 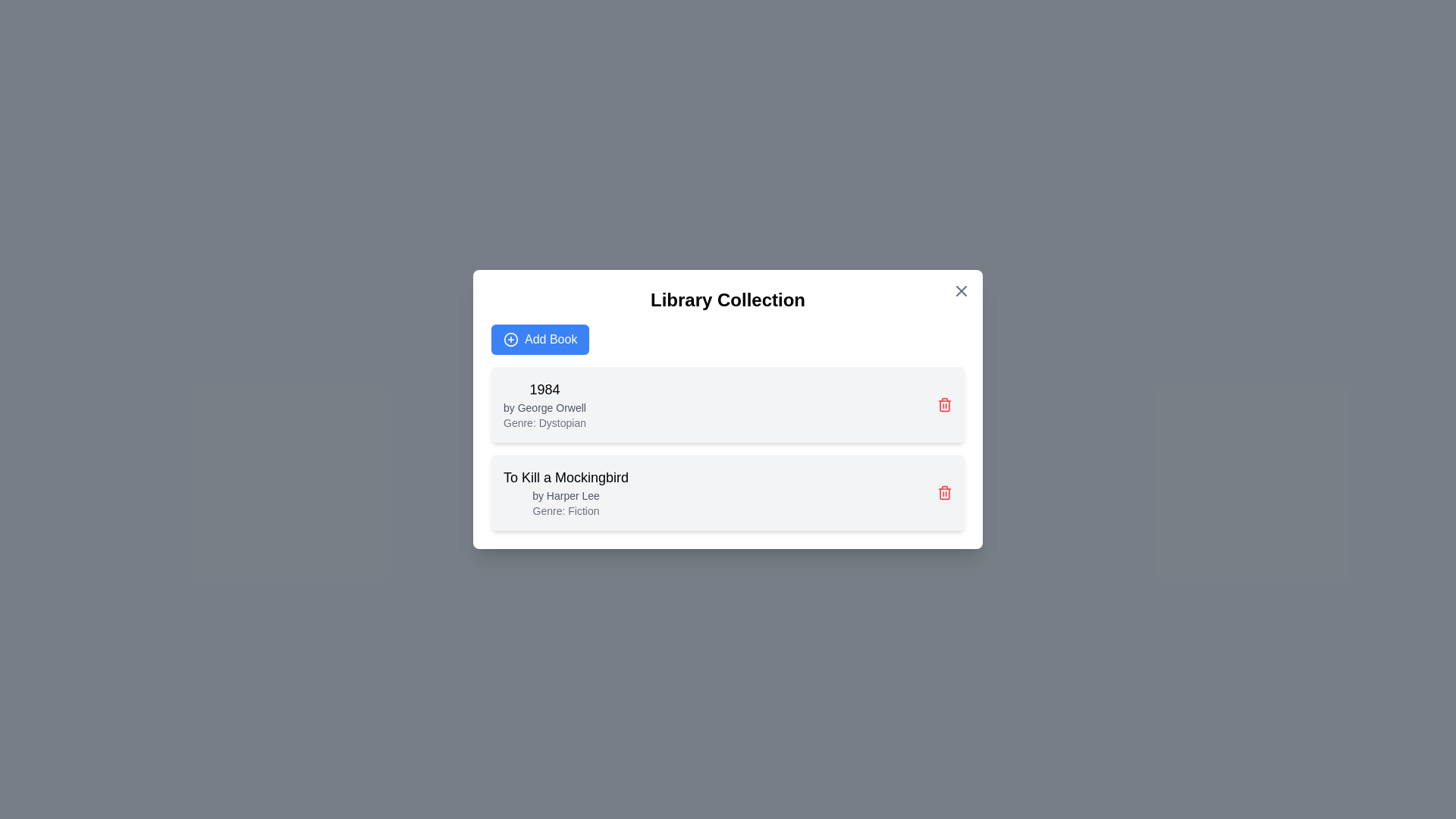 I want to click on the small 'X' icon resembling a close button in the top right corner of the modal header, so click(x=960, y=291).